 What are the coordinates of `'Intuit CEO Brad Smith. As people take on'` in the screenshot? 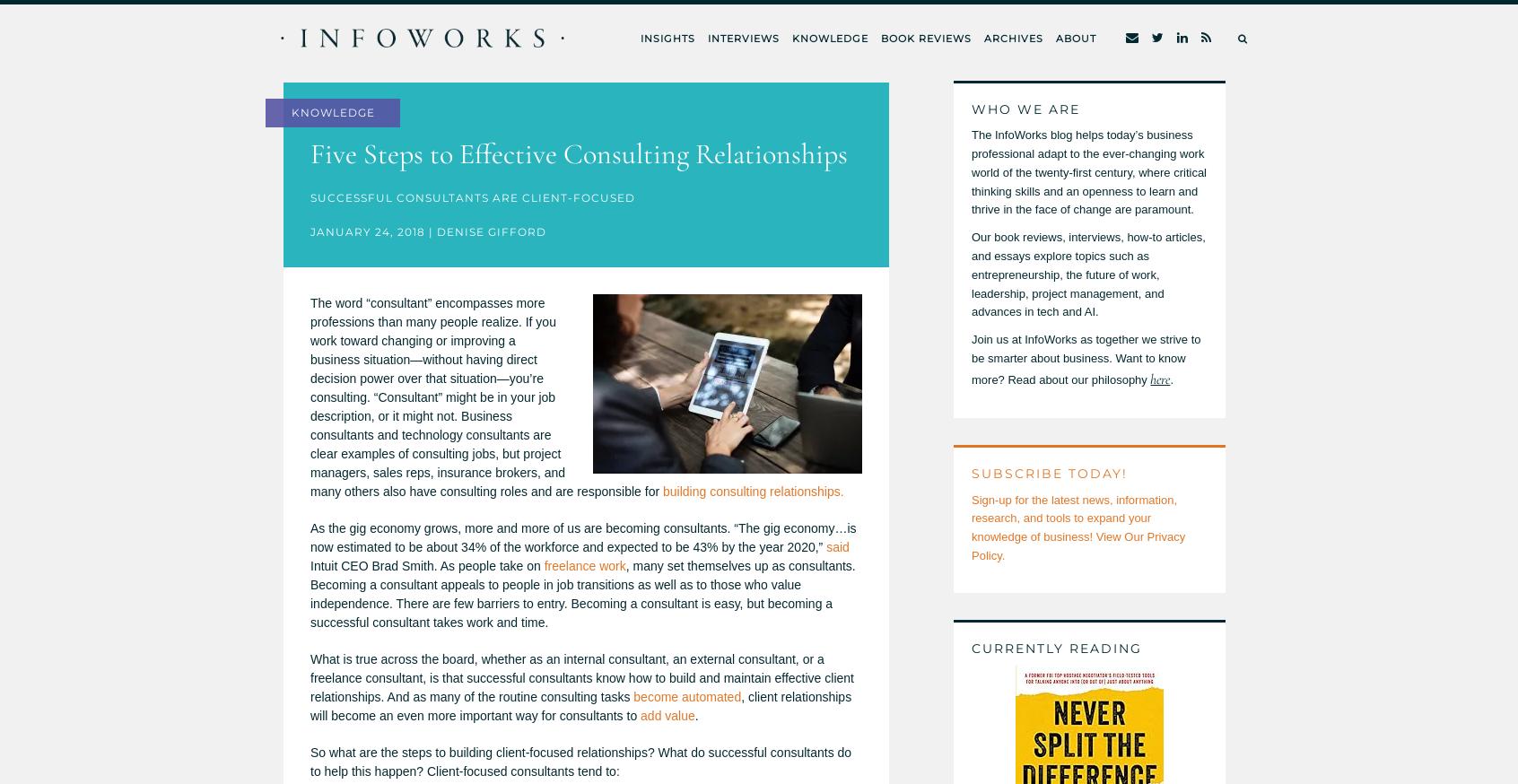 It's located at (425, 565).